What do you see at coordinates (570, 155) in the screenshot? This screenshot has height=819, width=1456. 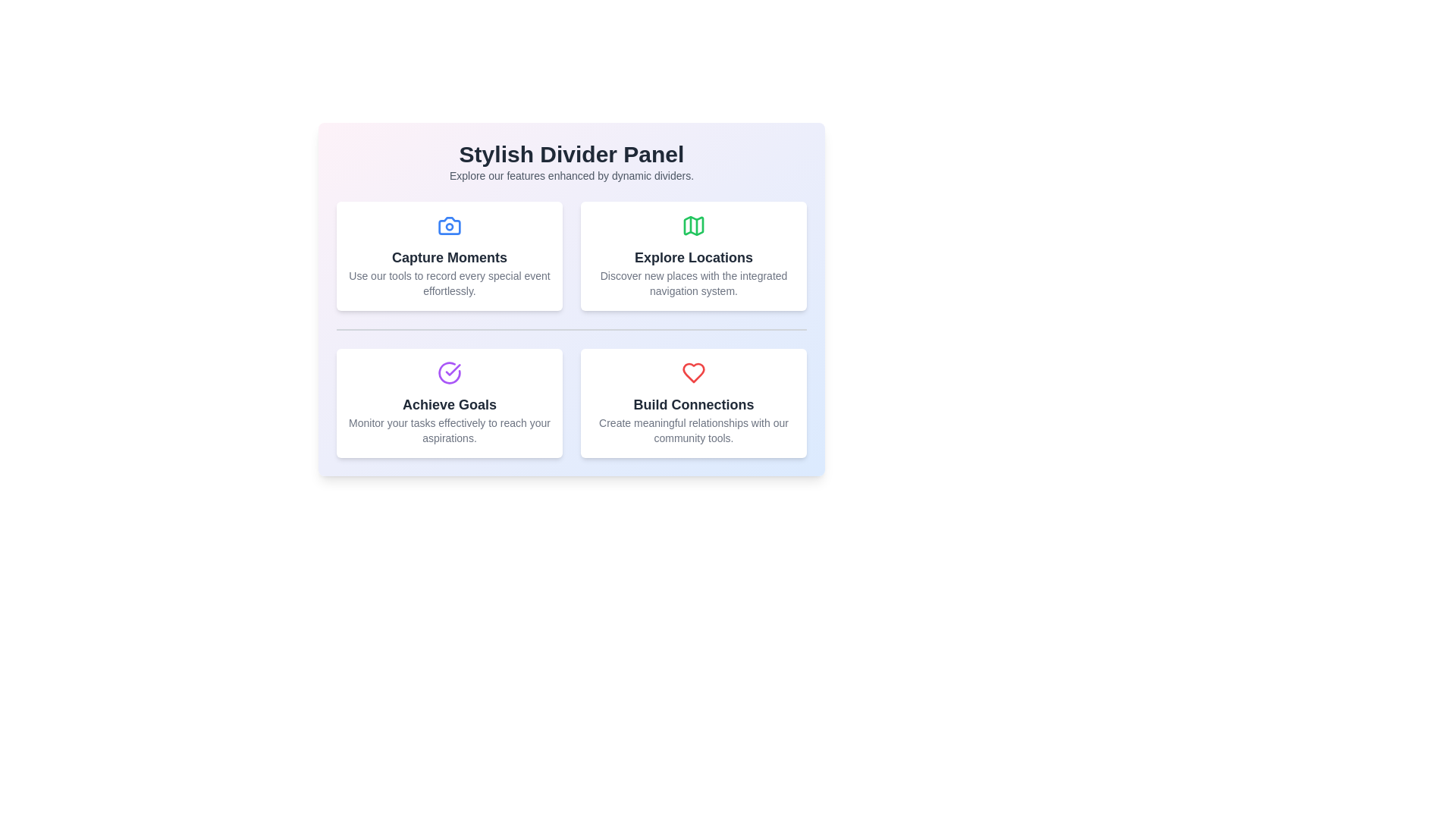 I see `the heading element that serves as a title for the section, providing a clear and bold introduction to the content below` at bounding box center [570, 155].